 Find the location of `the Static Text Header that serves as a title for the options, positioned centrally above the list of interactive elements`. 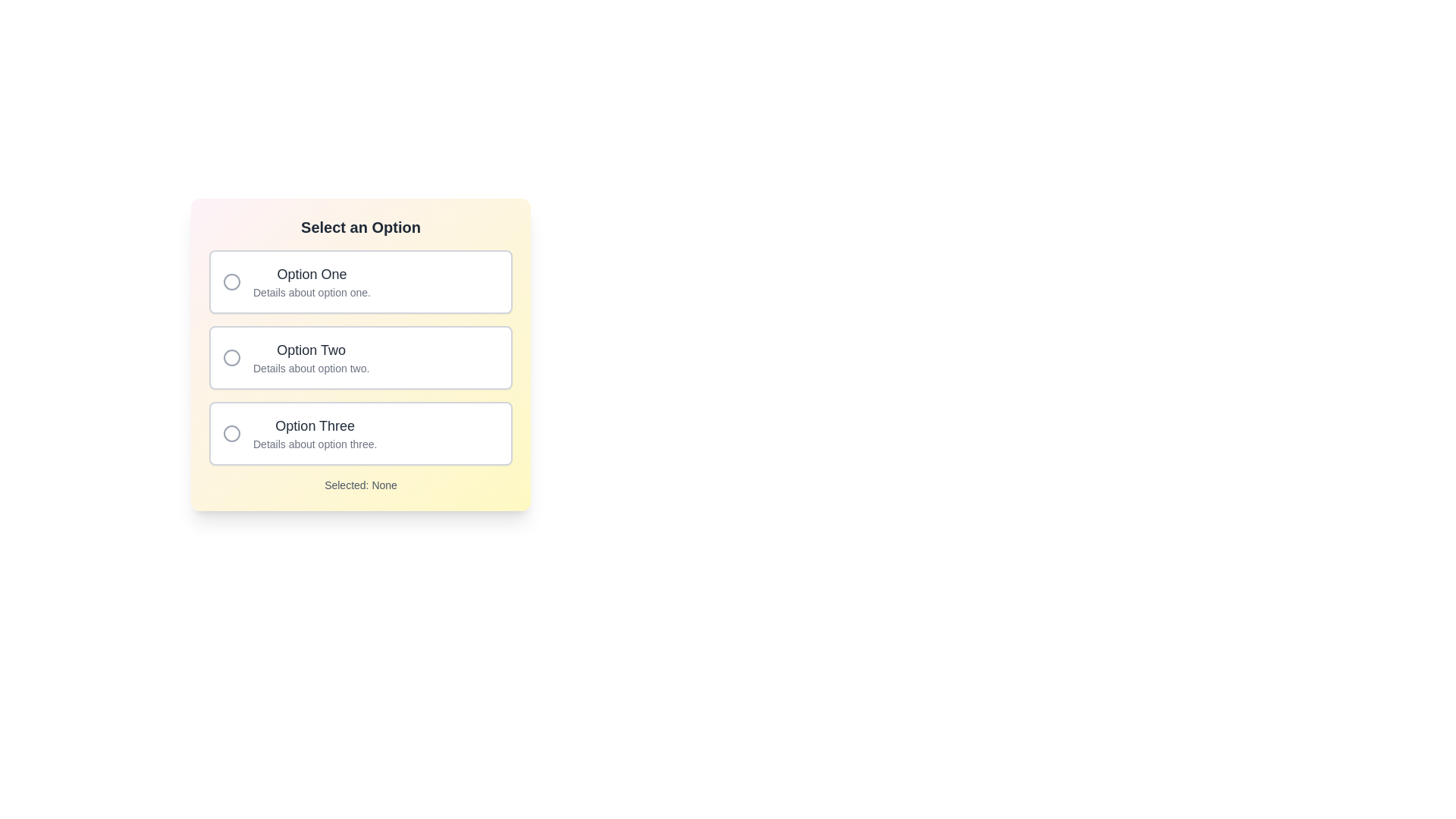

the Static Text Header that serves as a title for the options, positioned centrally above the list of interactive elements is located at coordinates (359, 227).